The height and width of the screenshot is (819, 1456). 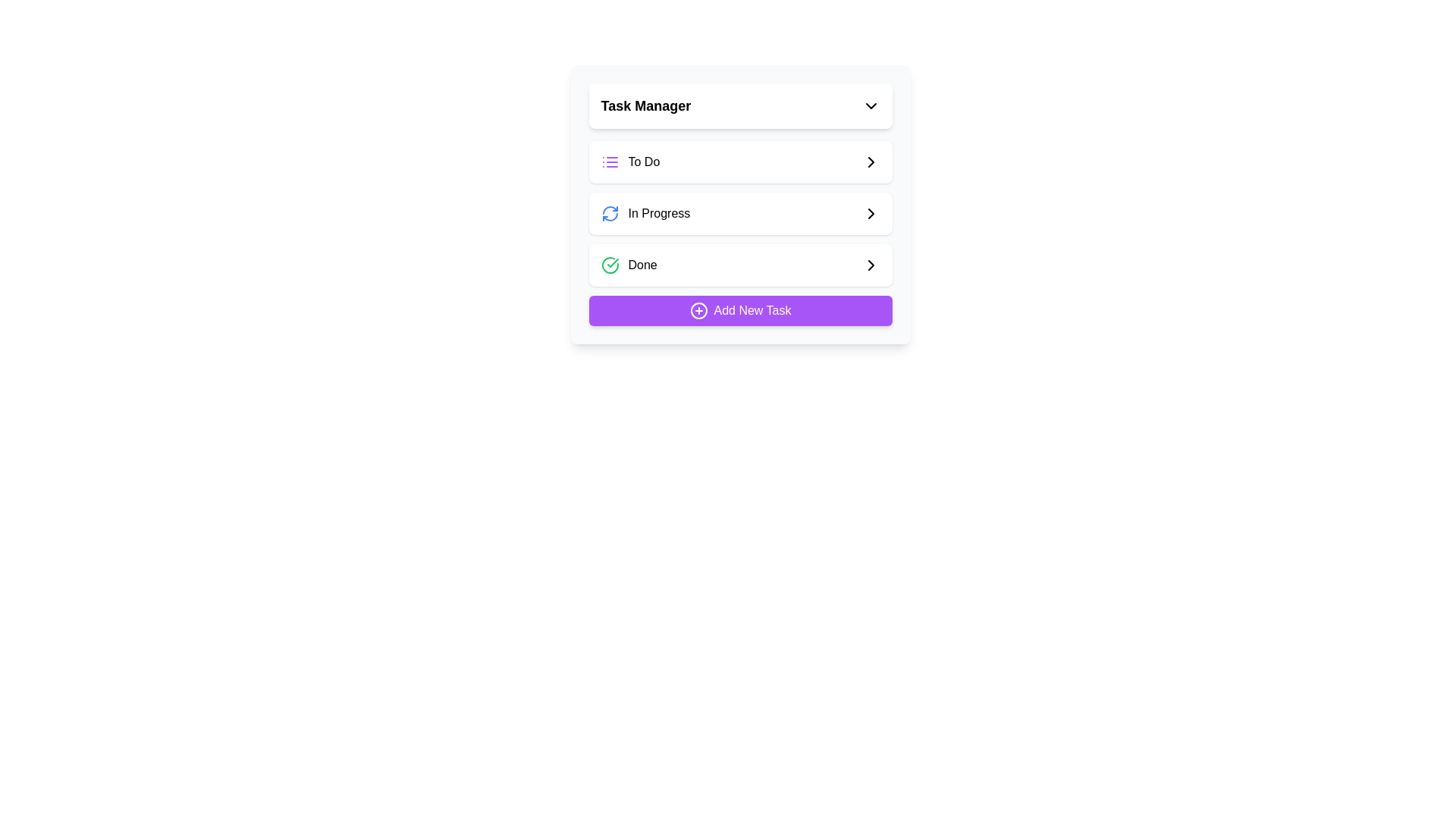 What do you see at coordinates (871, 265) in the screenshot?
I see `the actionable chevron button located at the far right of the 'Done' section bar` at bounding box center [871, 265].